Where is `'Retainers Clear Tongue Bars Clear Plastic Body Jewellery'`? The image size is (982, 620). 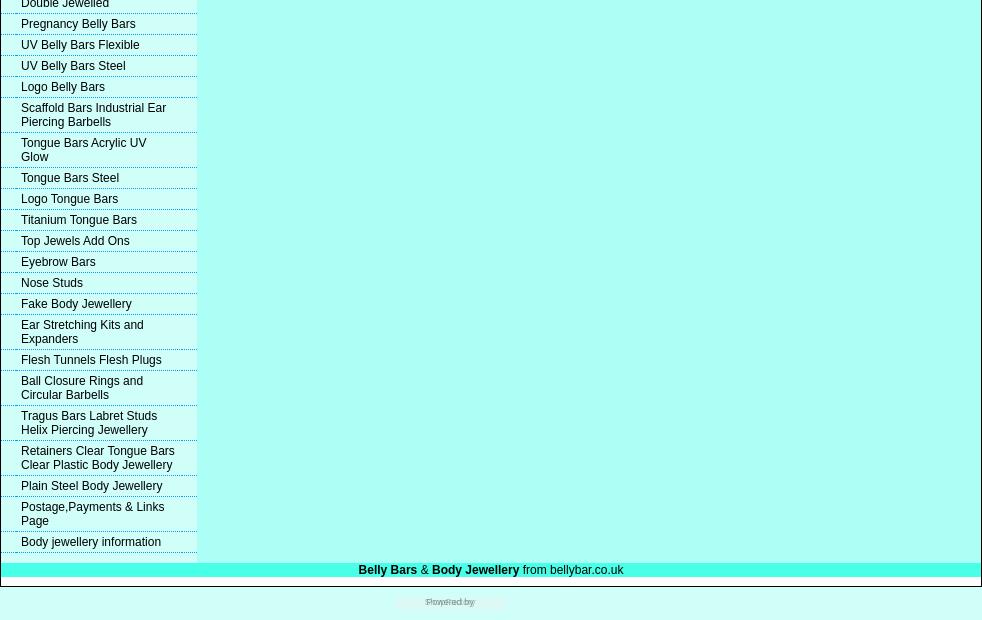
'Retainers Clear Tongue Bars Clear Plastic Body Jewellery' is located at coordinates (20, 457).